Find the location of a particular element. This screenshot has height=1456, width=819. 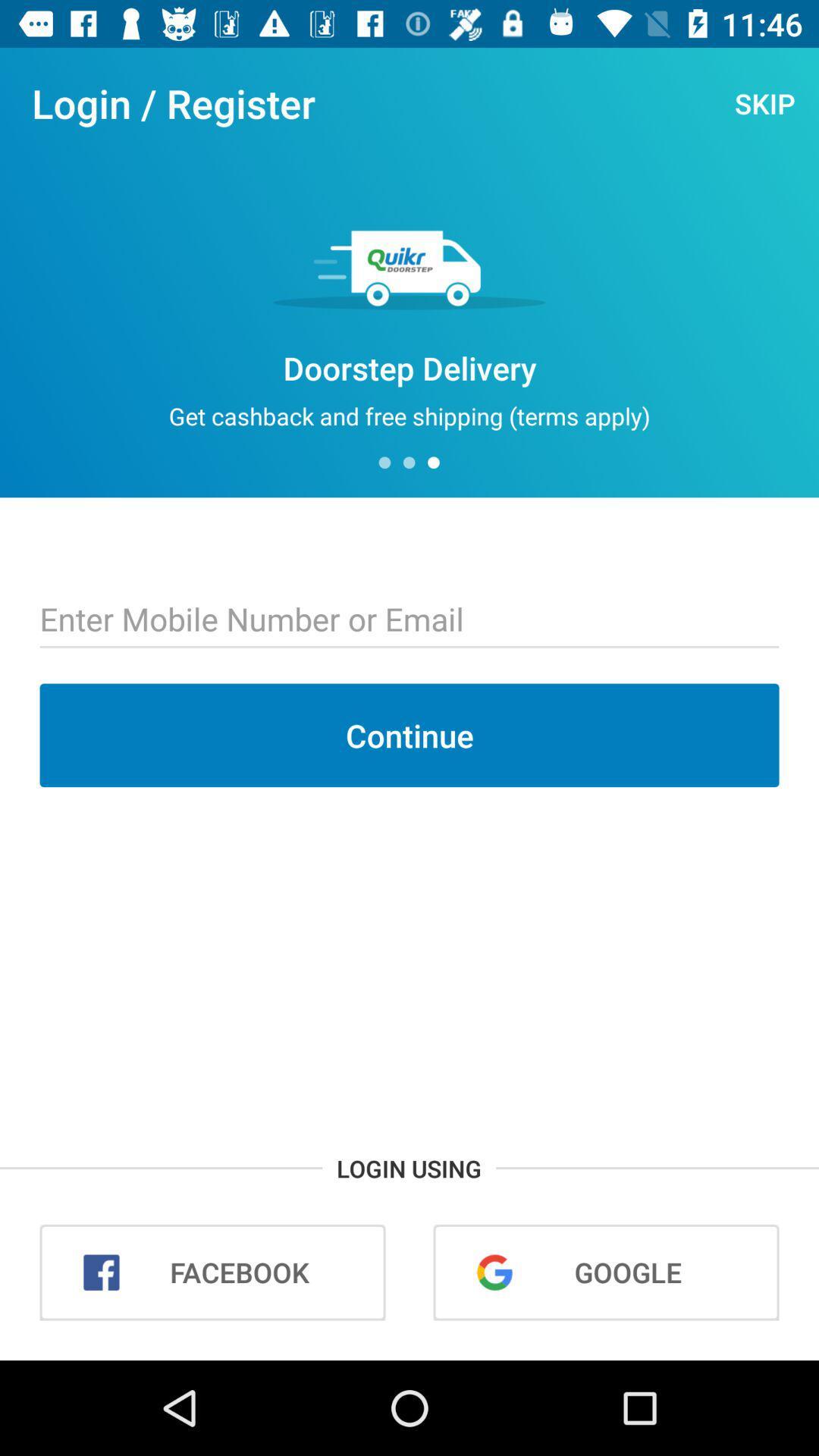

input box is located at coordinates (409, 621).